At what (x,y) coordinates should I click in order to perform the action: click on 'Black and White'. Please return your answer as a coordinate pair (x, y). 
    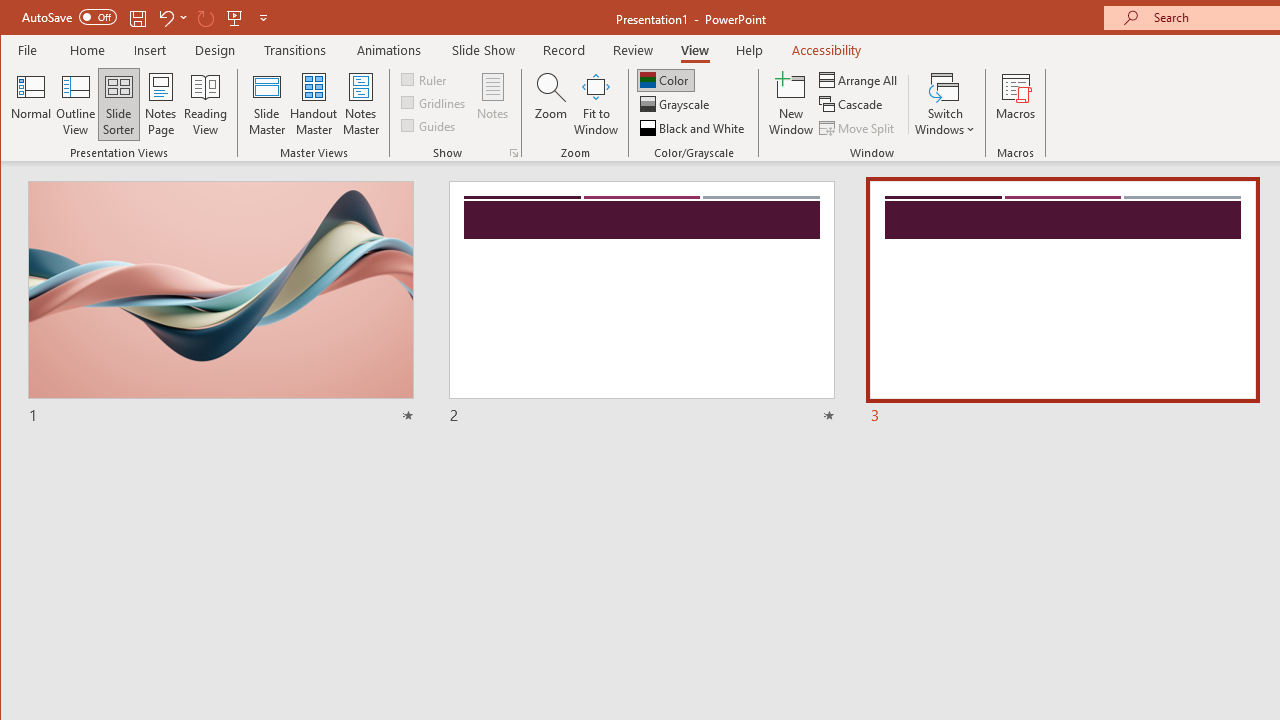
    Looking at the image, I should click on (694, 128).